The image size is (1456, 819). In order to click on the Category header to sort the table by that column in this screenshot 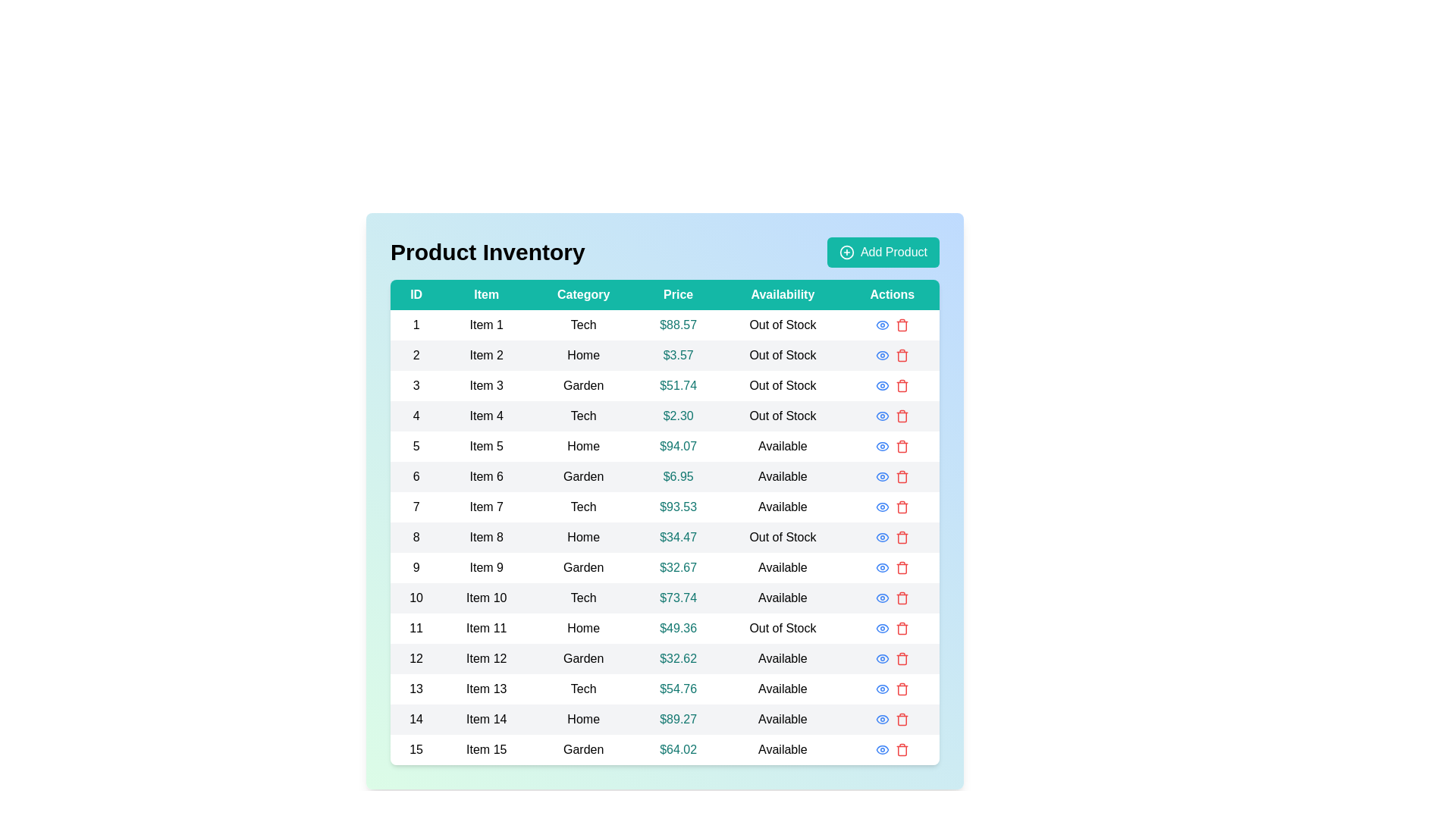, I will do `click(582, 295)`.